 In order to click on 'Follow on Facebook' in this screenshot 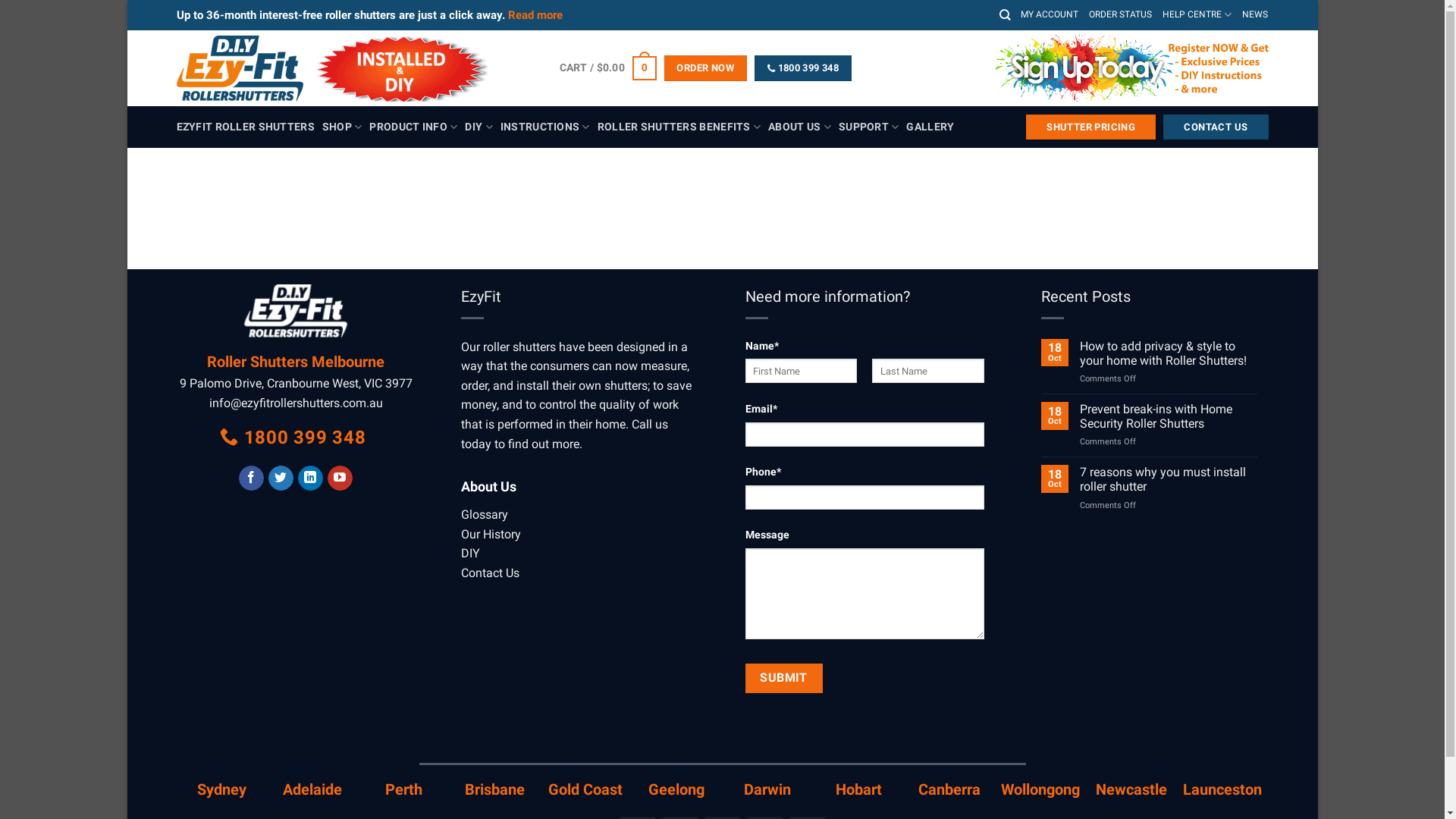, I will do `click(251, 479)`.